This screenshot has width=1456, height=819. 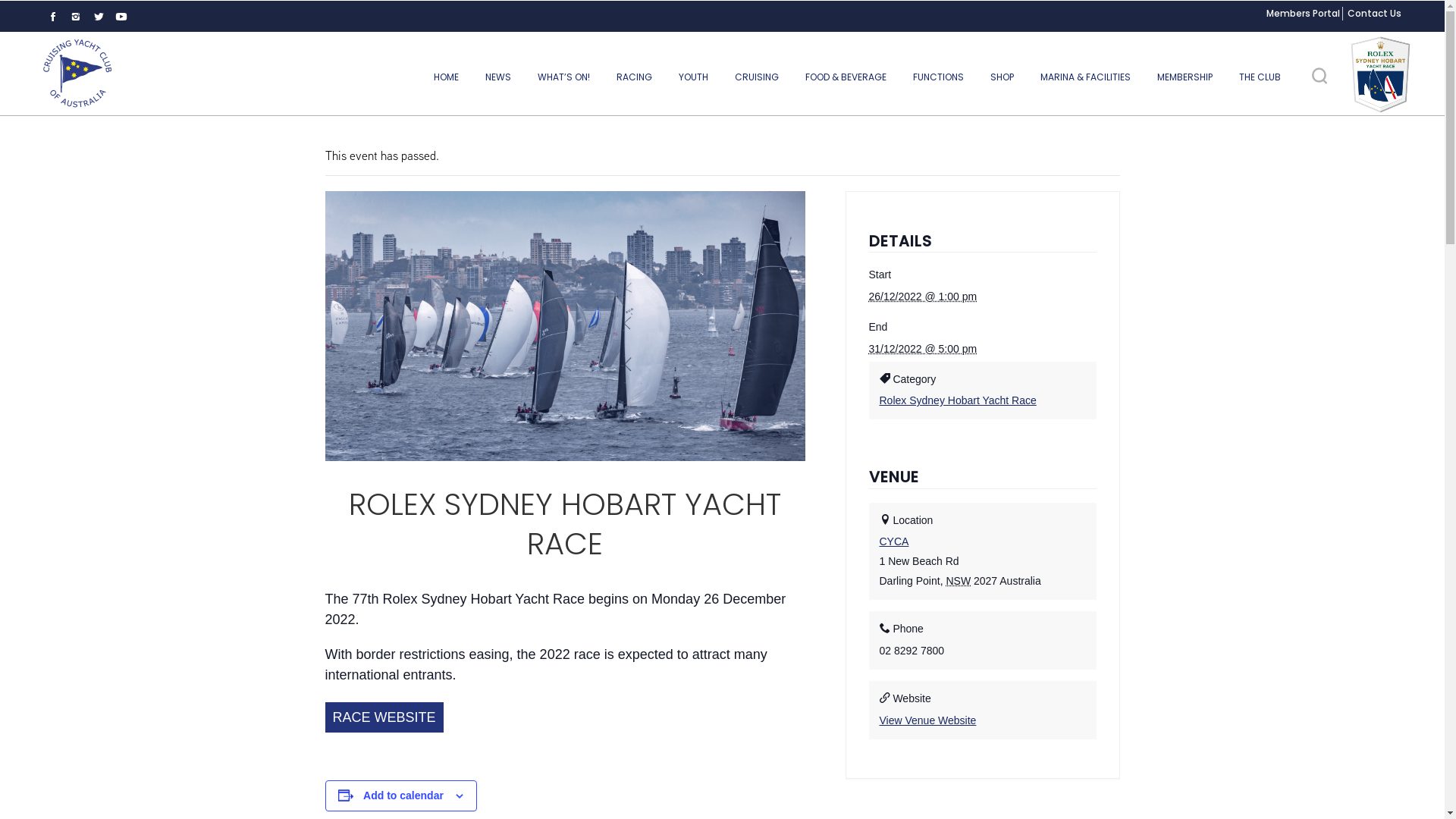 I want to click on 'Rolex Sydney Hobart Yacht Race', so click(x=880, y=400).